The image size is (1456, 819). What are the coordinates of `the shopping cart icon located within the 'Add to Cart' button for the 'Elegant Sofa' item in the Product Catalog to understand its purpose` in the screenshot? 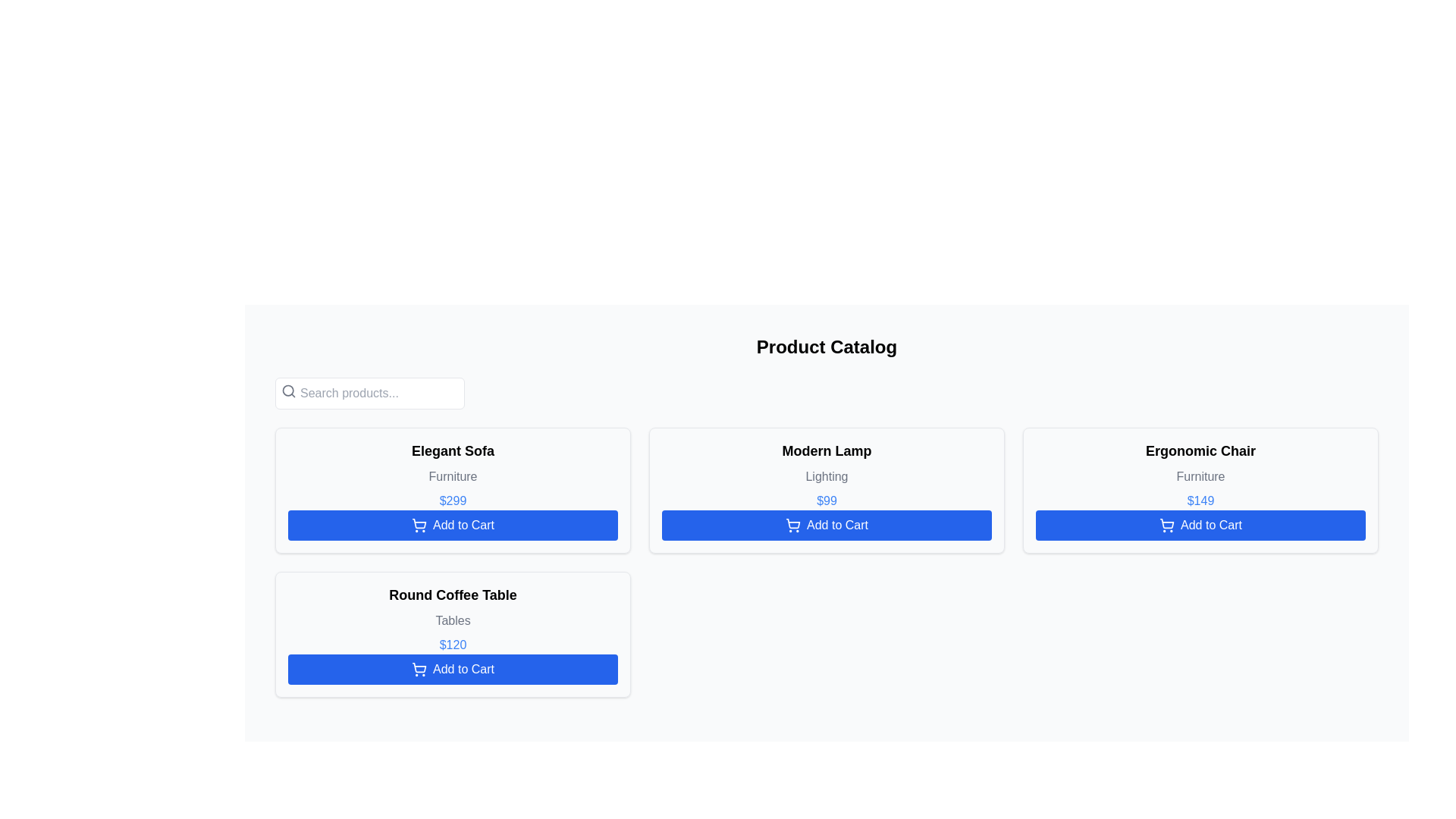 It's located at (419, 525).